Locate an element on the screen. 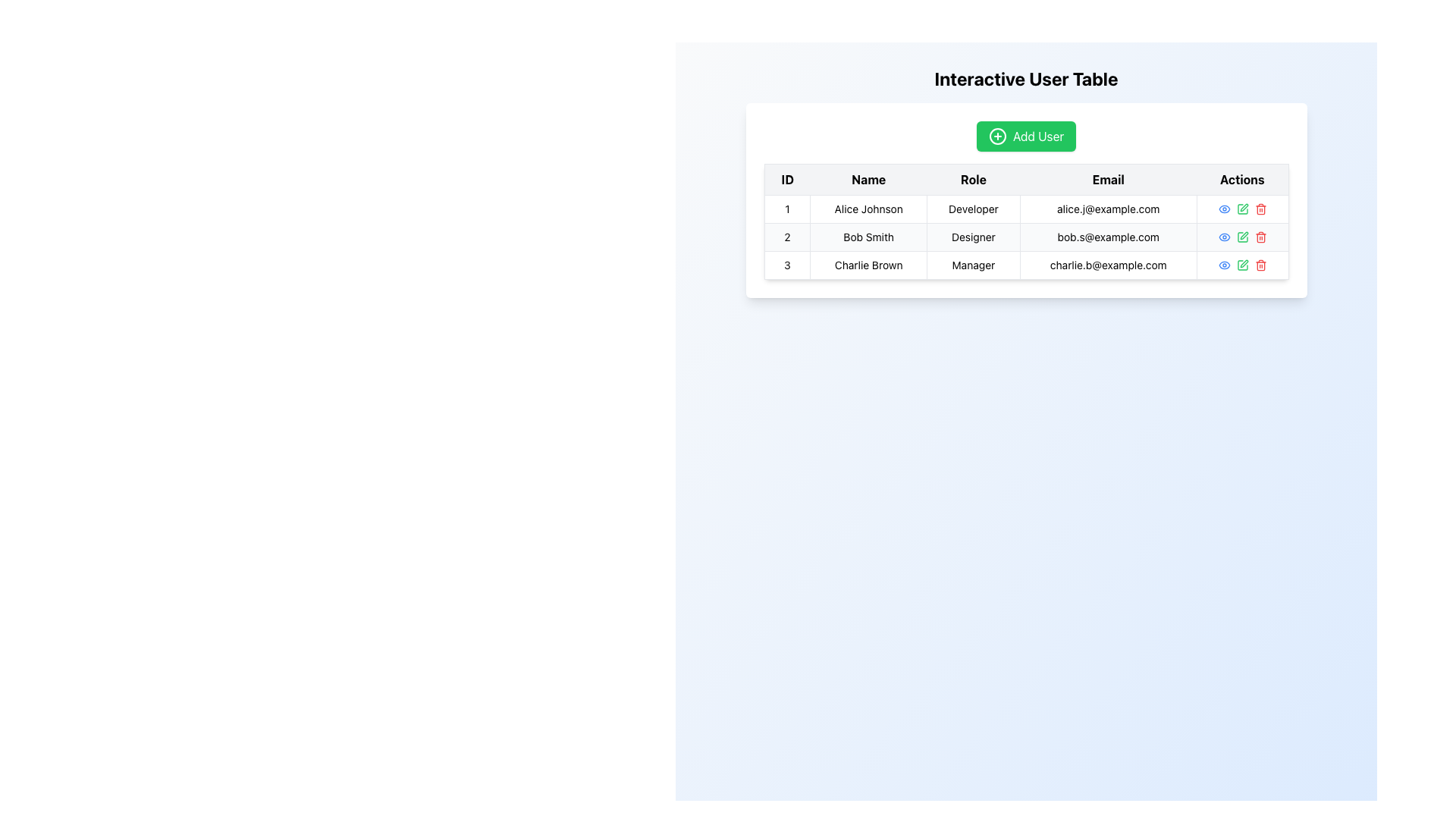 The height and width of the screenshot is (819, 1456). the Text Label displaying the name of the individual in the first row of the 'Name' column, located between the 'ID' column and the 'Role' column is located at coordinates (868, 209).